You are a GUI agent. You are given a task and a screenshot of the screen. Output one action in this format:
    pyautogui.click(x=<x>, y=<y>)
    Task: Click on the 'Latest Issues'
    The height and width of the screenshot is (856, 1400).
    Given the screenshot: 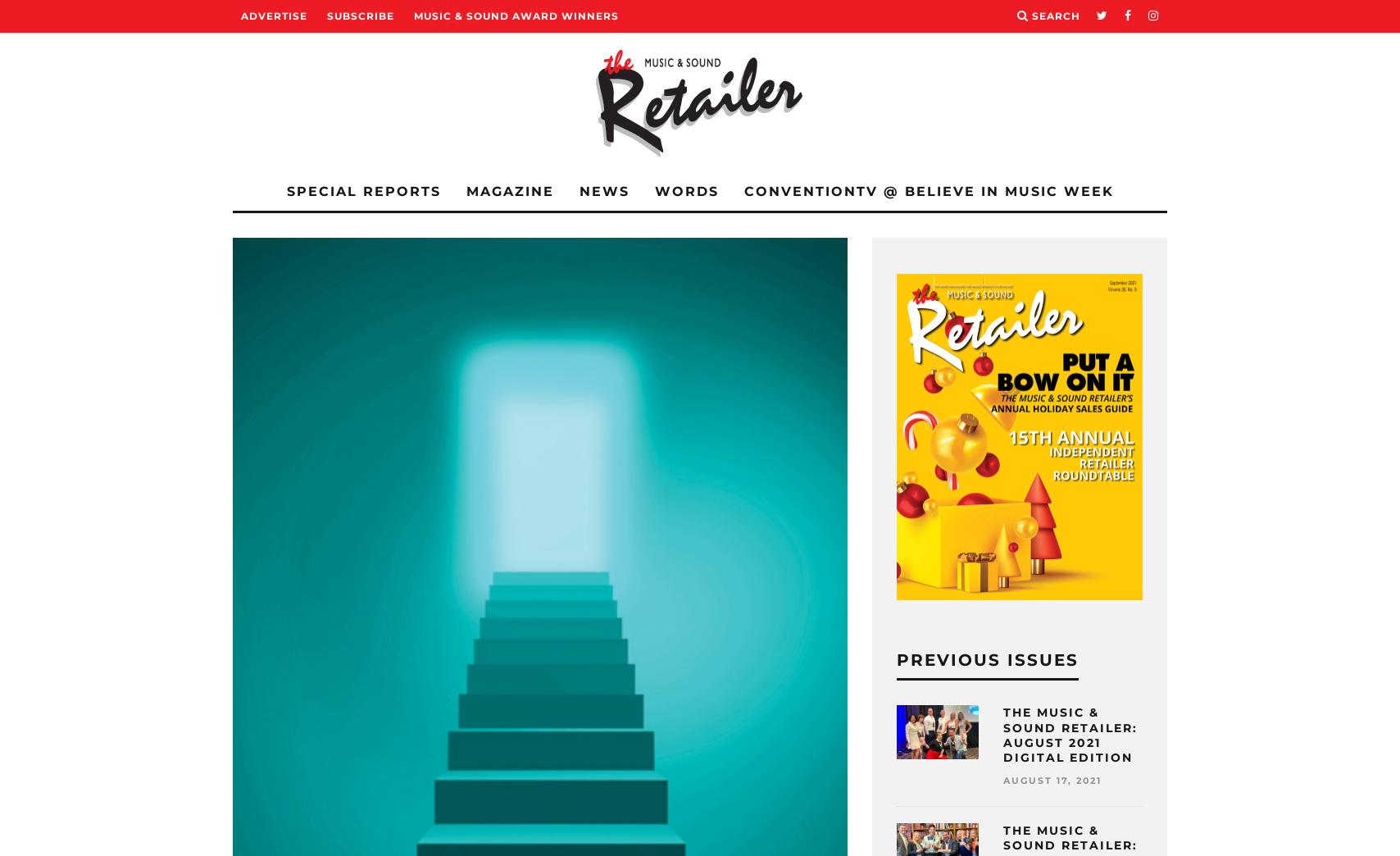 What is the action you would take?
    pyautogui.click(x=274, y=255)
    